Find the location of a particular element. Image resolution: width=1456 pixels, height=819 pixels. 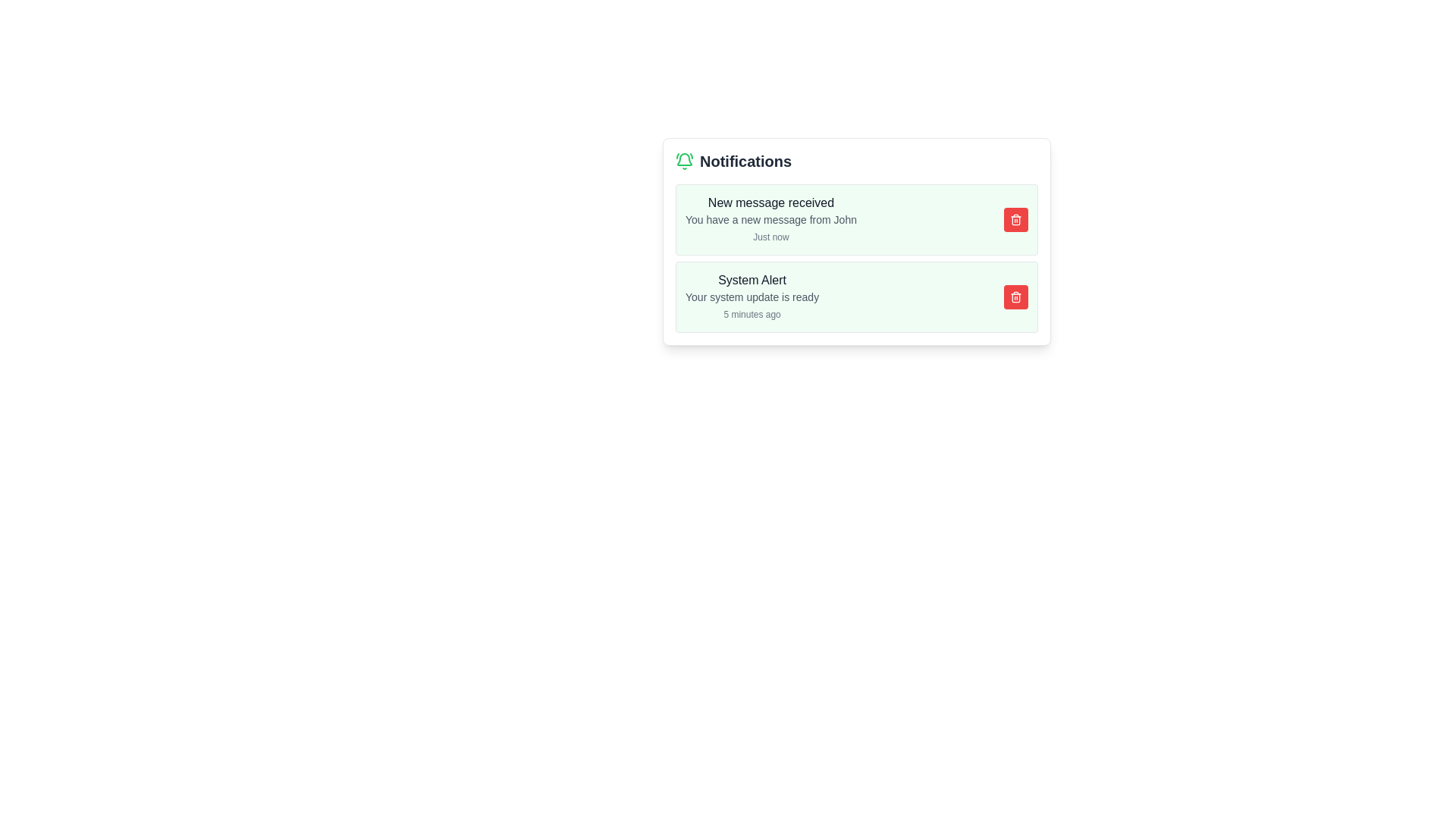

the first Notification Card in the notifications panel is located at coordinates (856, 219).